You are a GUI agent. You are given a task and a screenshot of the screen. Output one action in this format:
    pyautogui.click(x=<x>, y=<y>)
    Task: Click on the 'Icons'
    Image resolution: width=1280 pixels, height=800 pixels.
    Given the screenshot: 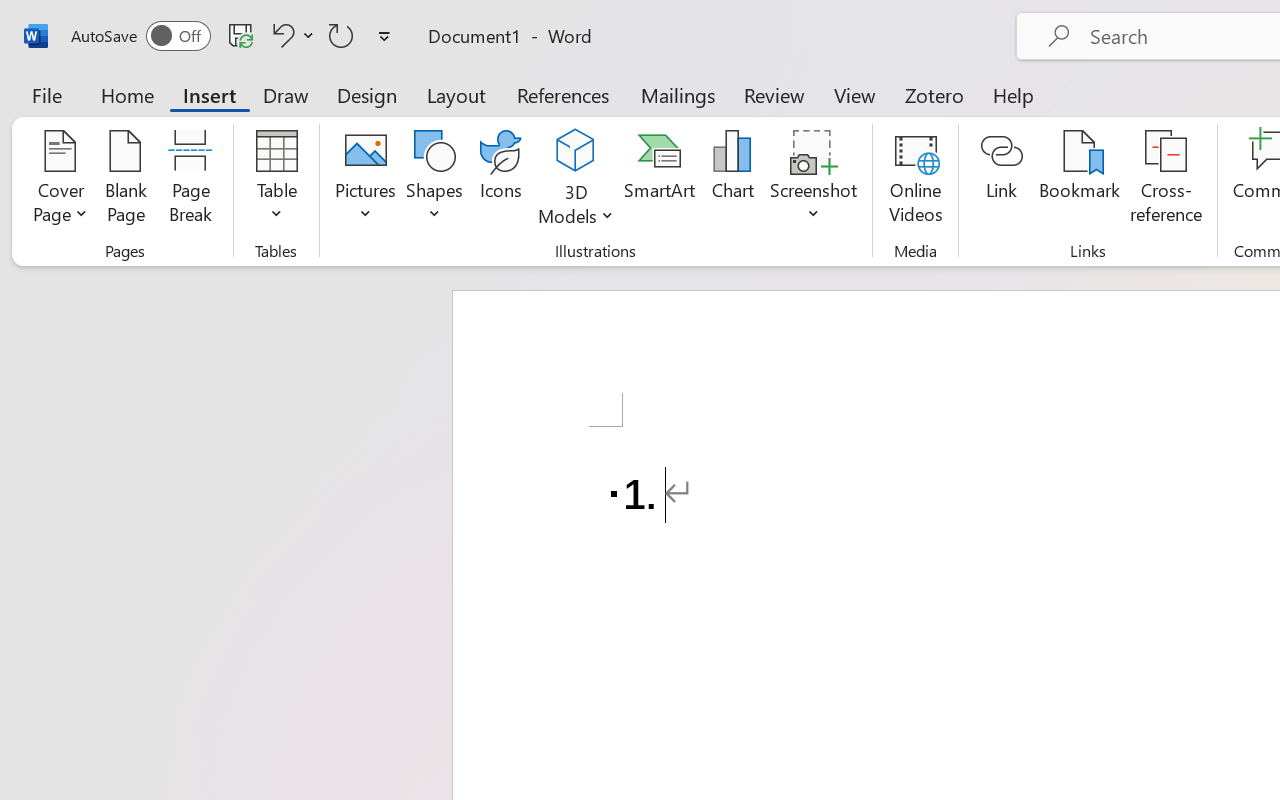 What is the action you would take?
    pyautogui.click(x=501, y=179)
    